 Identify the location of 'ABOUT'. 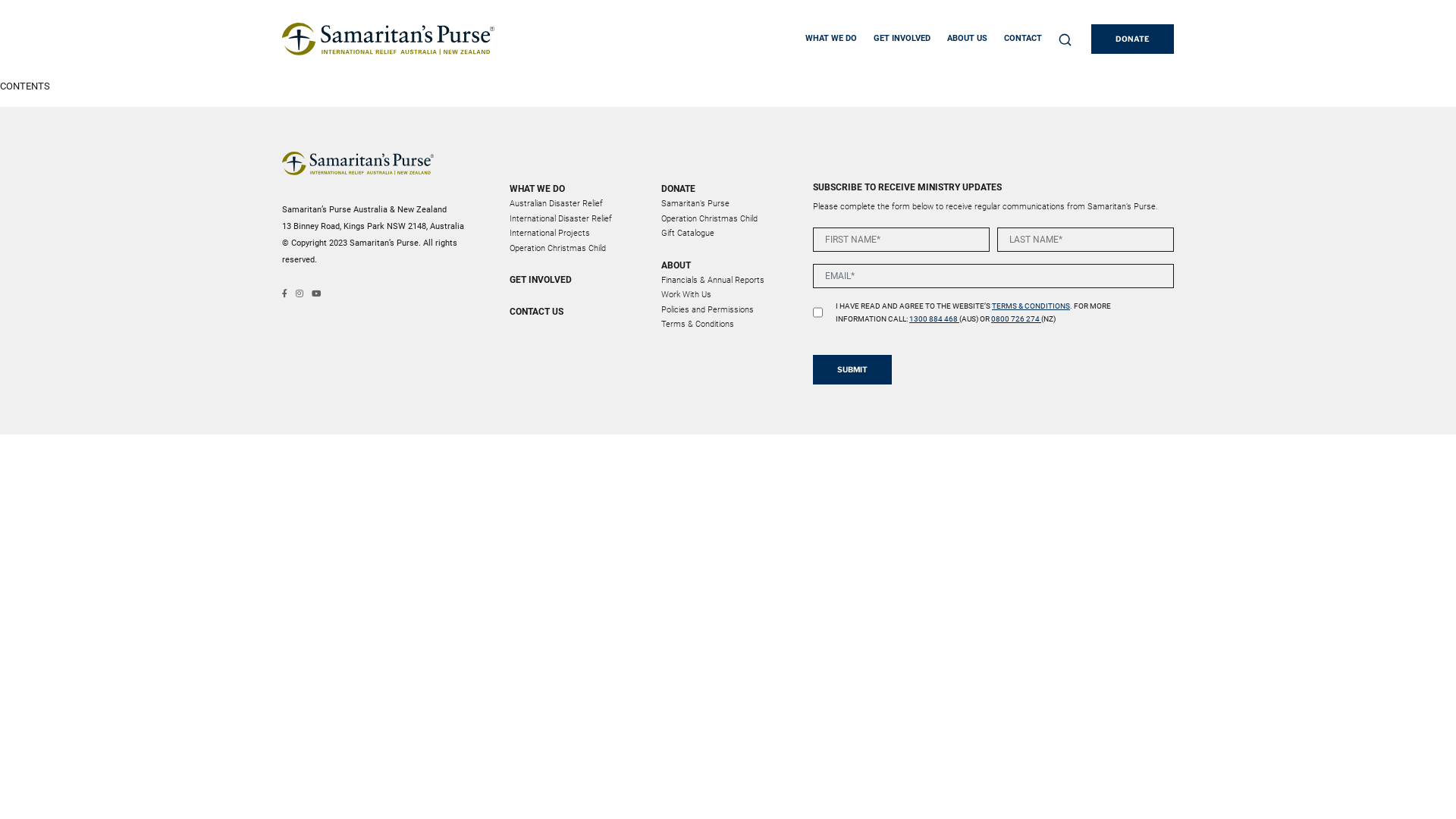
(728, 263).